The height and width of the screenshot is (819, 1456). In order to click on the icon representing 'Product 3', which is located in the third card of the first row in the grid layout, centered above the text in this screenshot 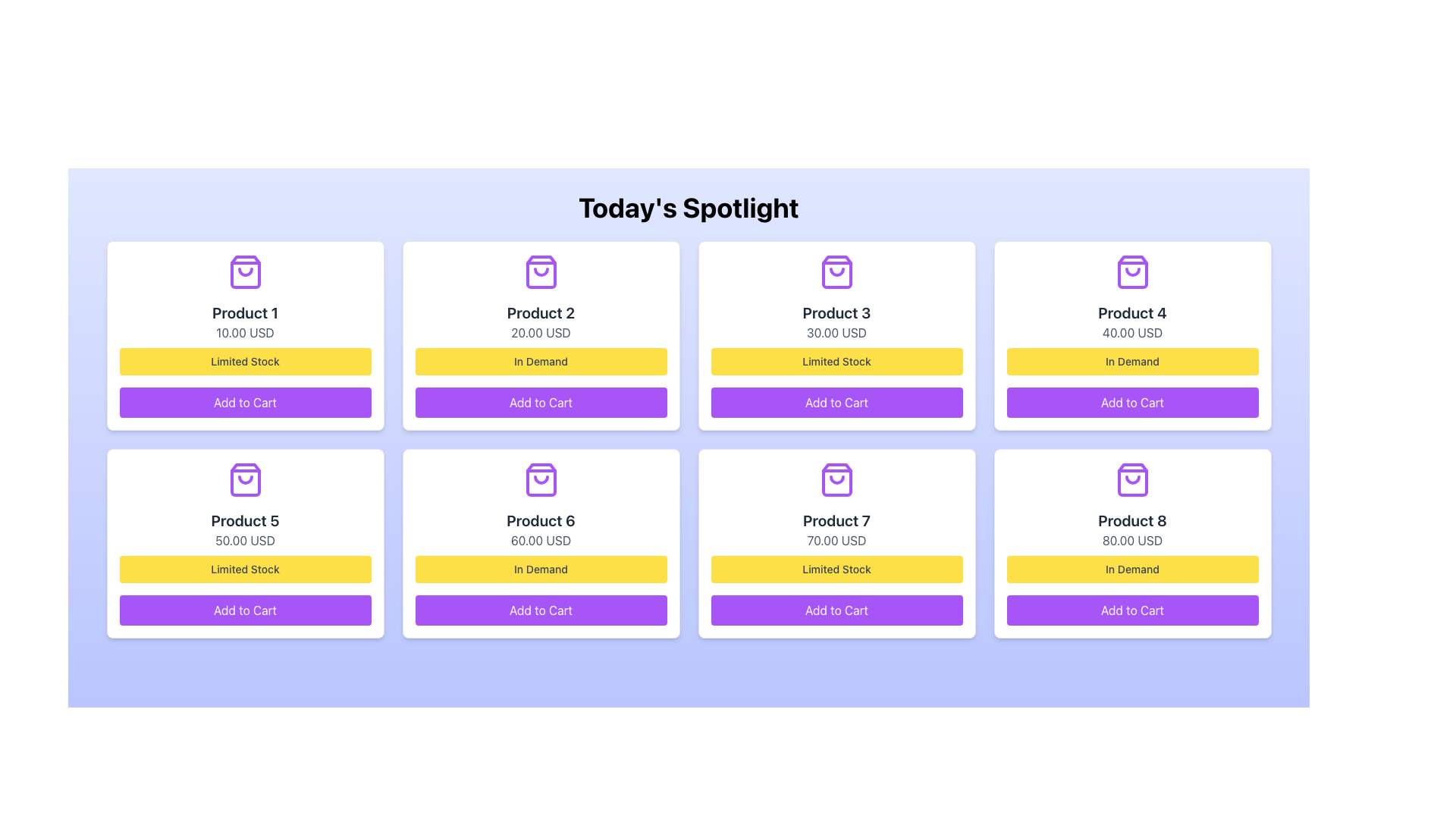, I will do `click(836, 271)`.